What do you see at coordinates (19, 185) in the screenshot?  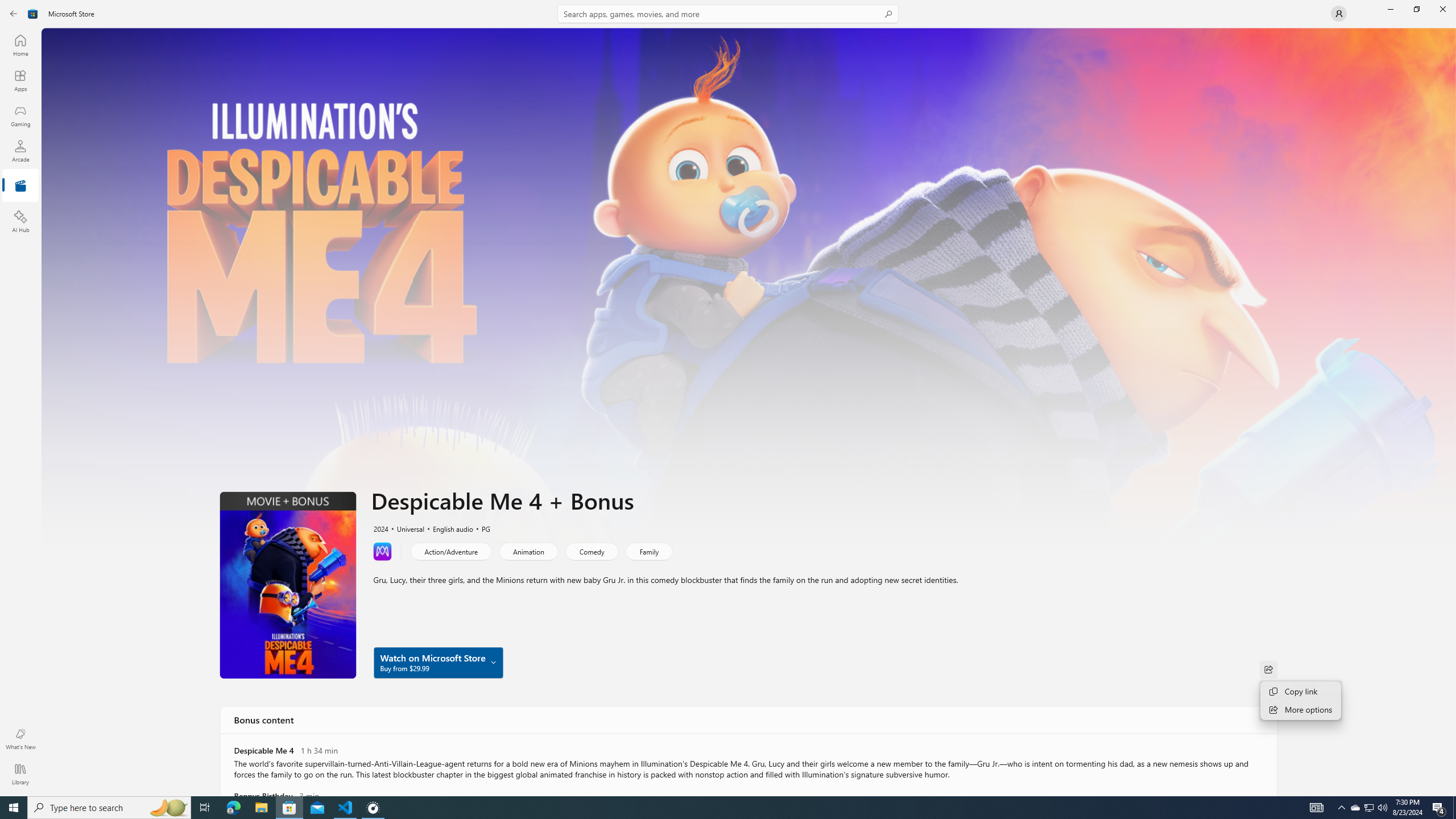 I see `'Entertainment'` at bounding box center [19, 185].